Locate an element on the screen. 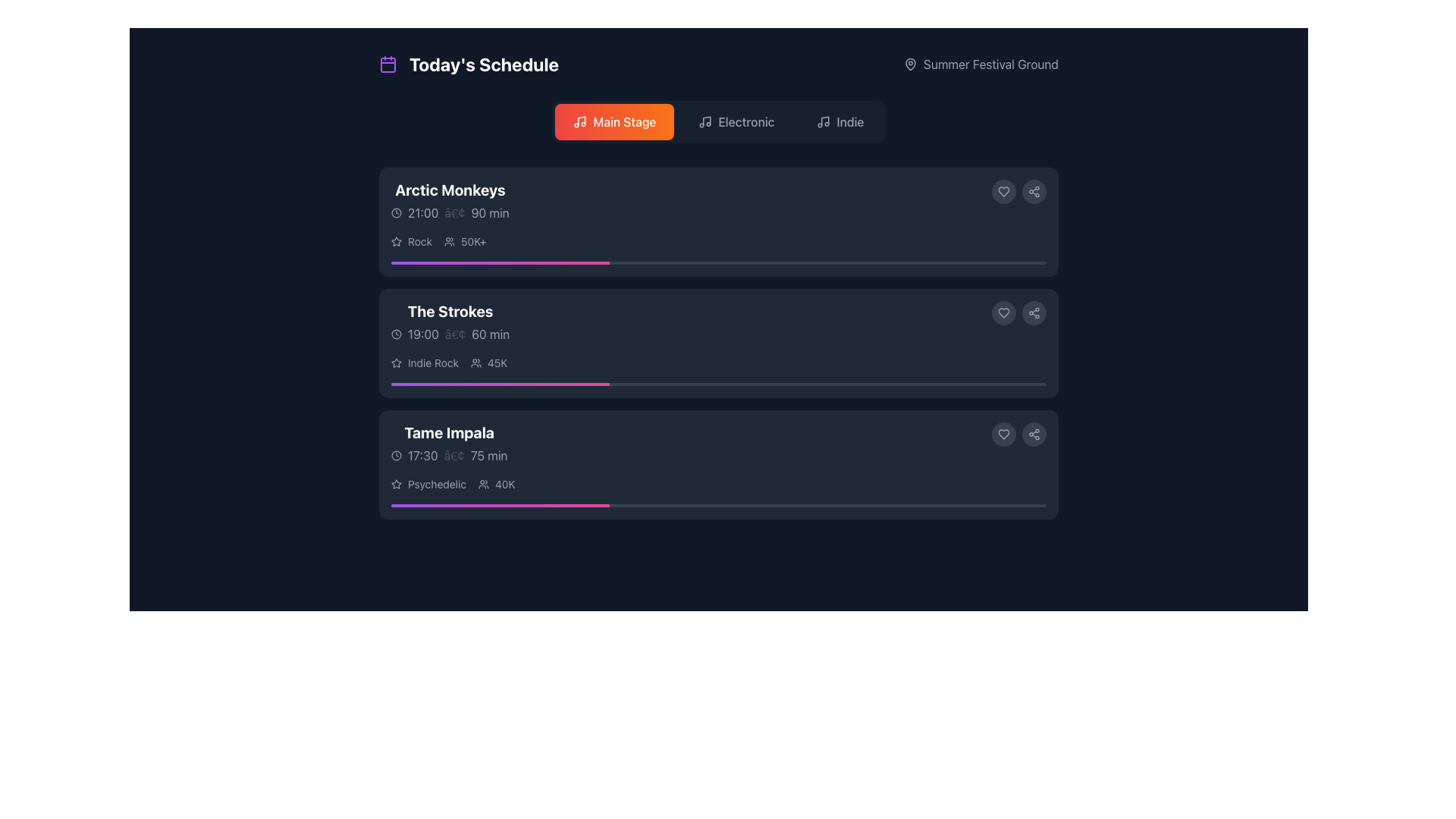  the music note icon within the 'Main Stage' button, which is a rounded rectangle with a gradient from red to orange, located below the 'Today's Schedule' title is located at coordinates (579, 121).